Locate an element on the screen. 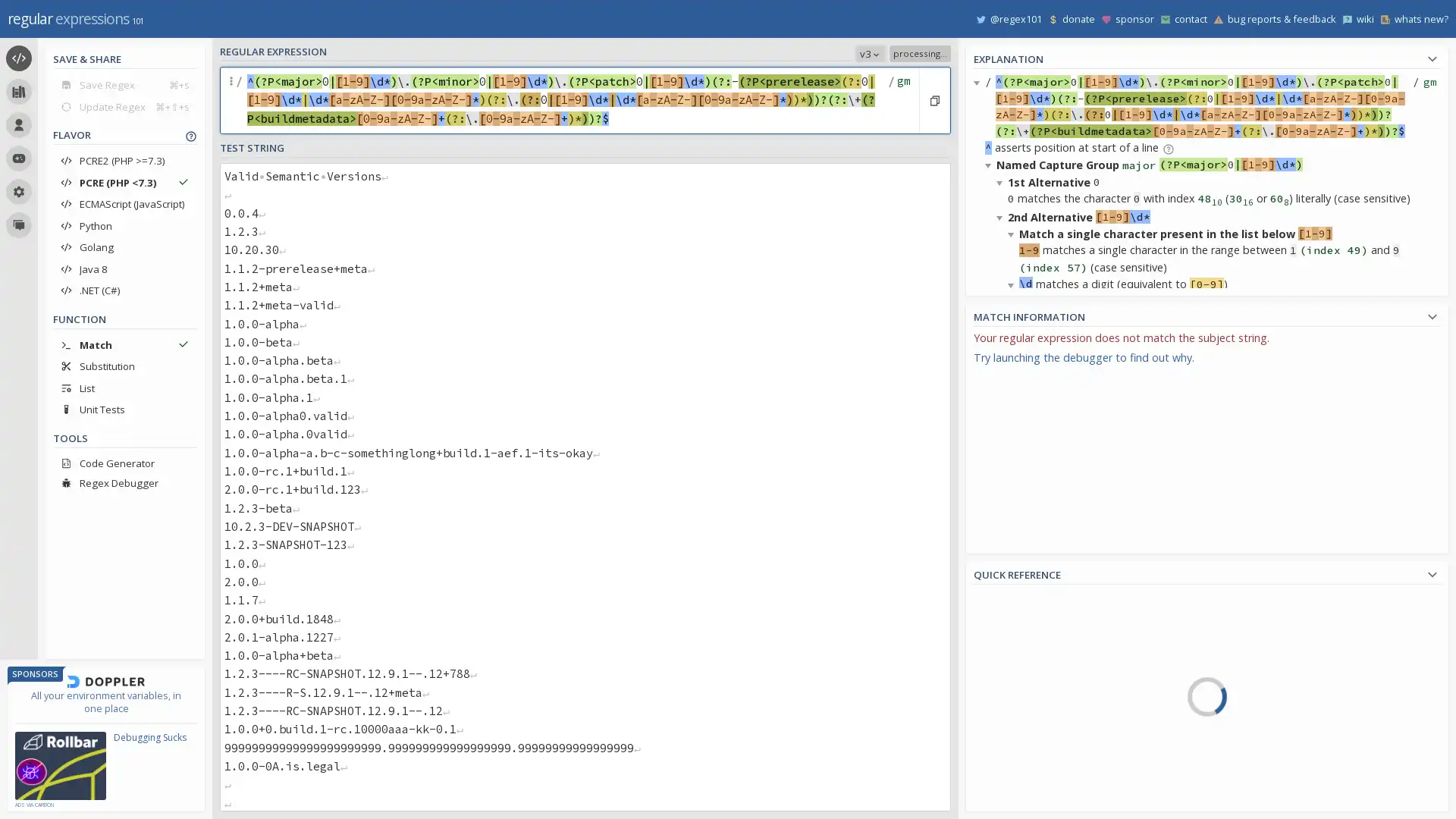 The image size is (1456, 819). Collapse Subtree is located at coordinates (979, 82).